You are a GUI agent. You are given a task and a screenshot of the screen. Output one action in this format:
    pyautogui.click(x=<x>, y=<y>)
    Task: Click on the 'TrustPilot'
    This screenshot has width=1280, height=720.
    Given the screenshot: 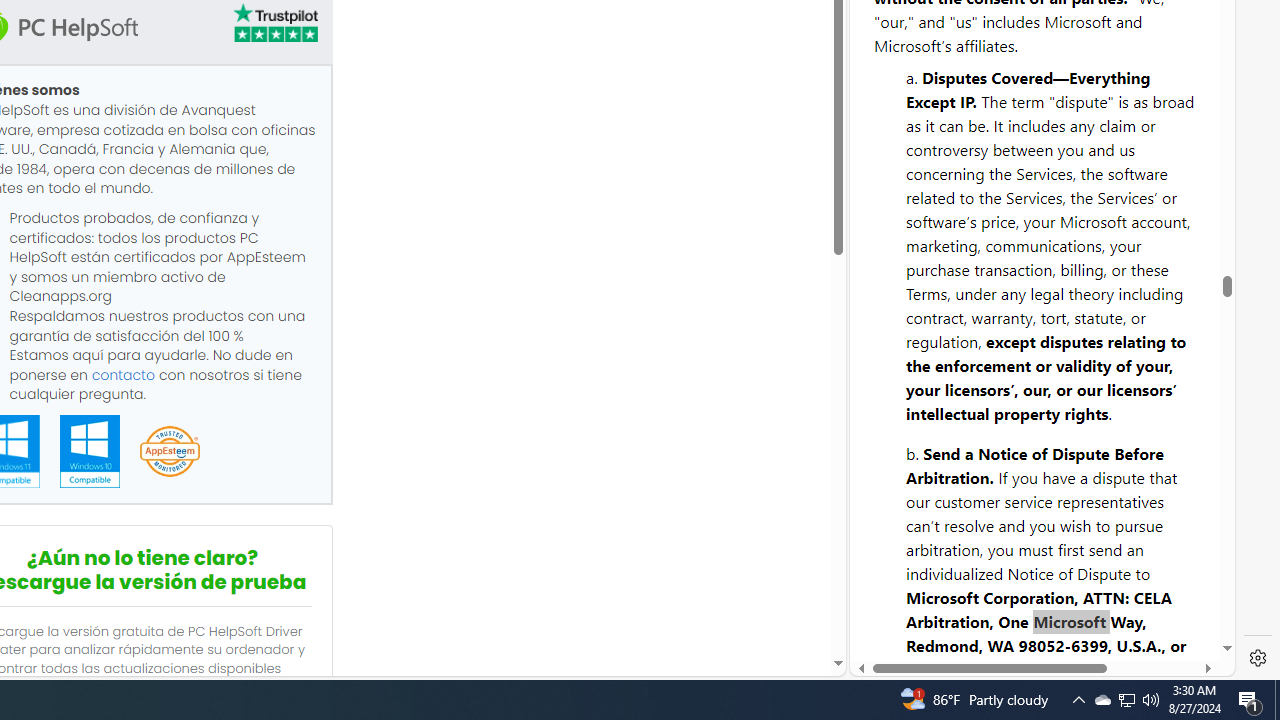 What is the action you would take?
    pyautogui.click(x=273, y=26)
    